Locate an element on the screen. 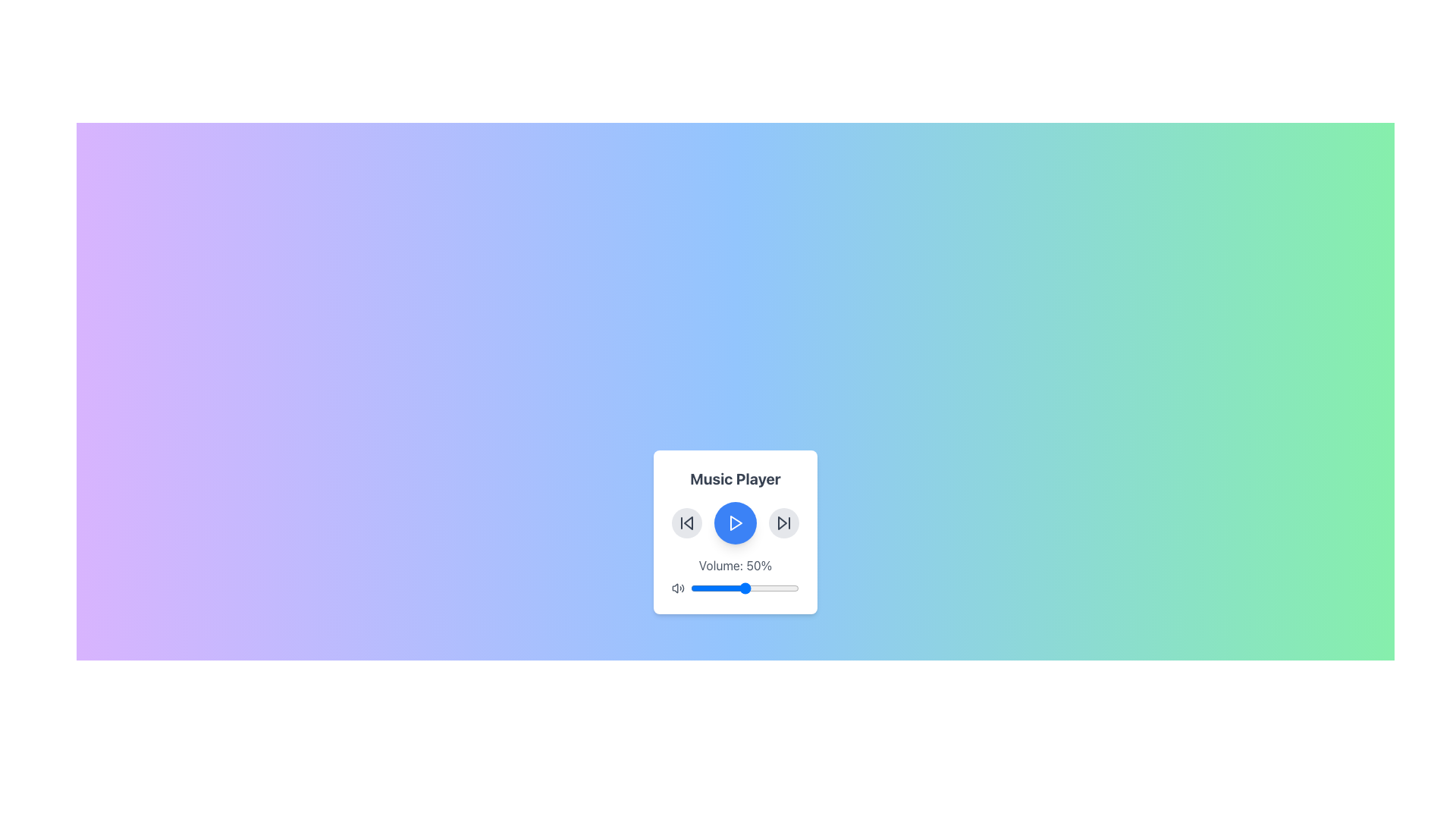  the slider is located at coordinates (767, 587).